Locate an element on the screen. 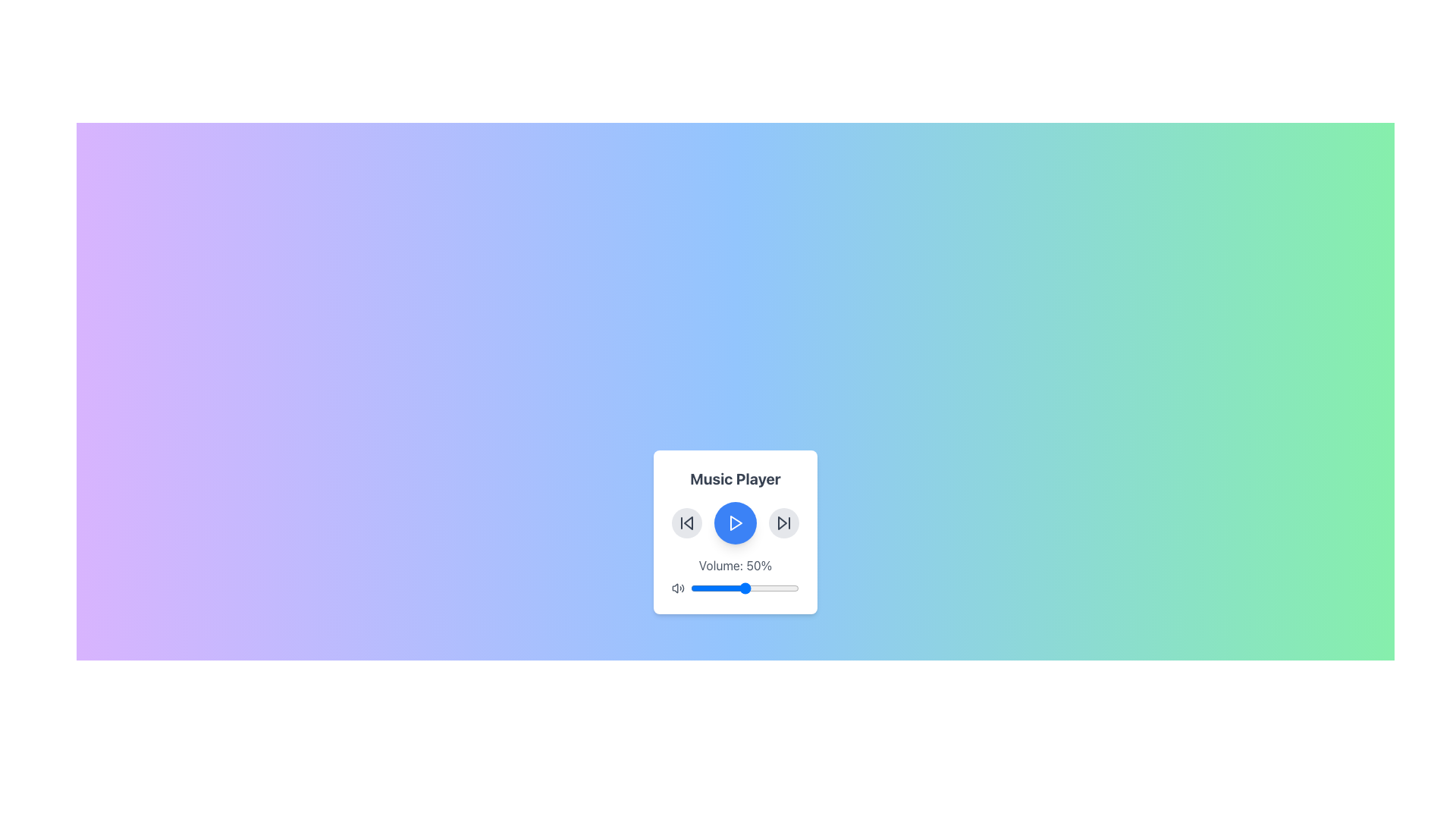  the slider is located at coordinates (767, 587).